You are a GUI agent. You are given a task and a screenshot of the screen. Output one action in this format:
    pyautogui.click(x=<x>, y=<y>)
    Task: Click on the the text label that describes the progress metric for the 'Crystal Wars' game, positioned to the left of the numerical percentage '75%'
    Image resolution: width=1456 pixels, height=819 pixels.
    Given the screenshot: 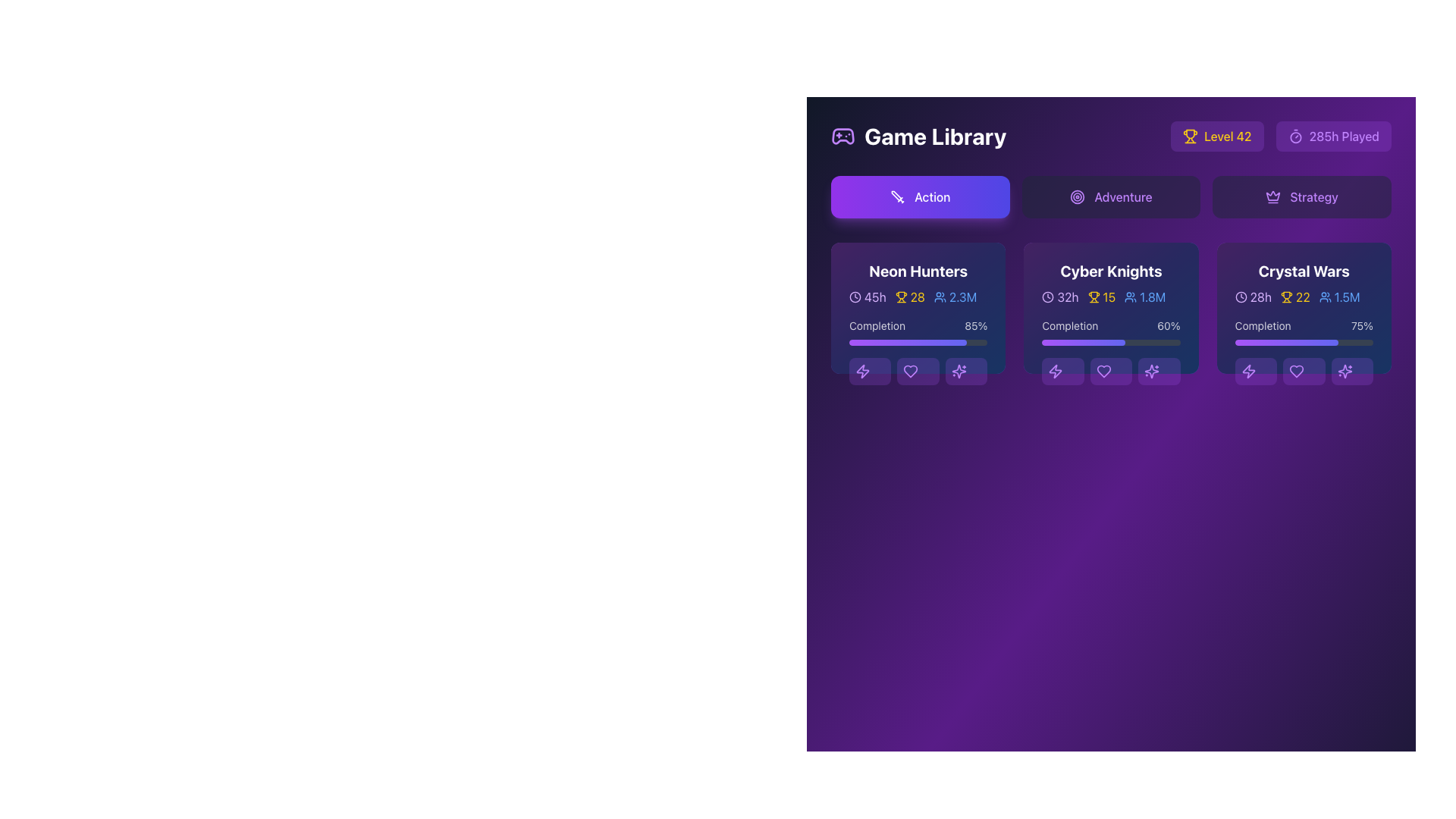 What is the action you would take?
    pyautogui.click(x=1263, y=325)
    